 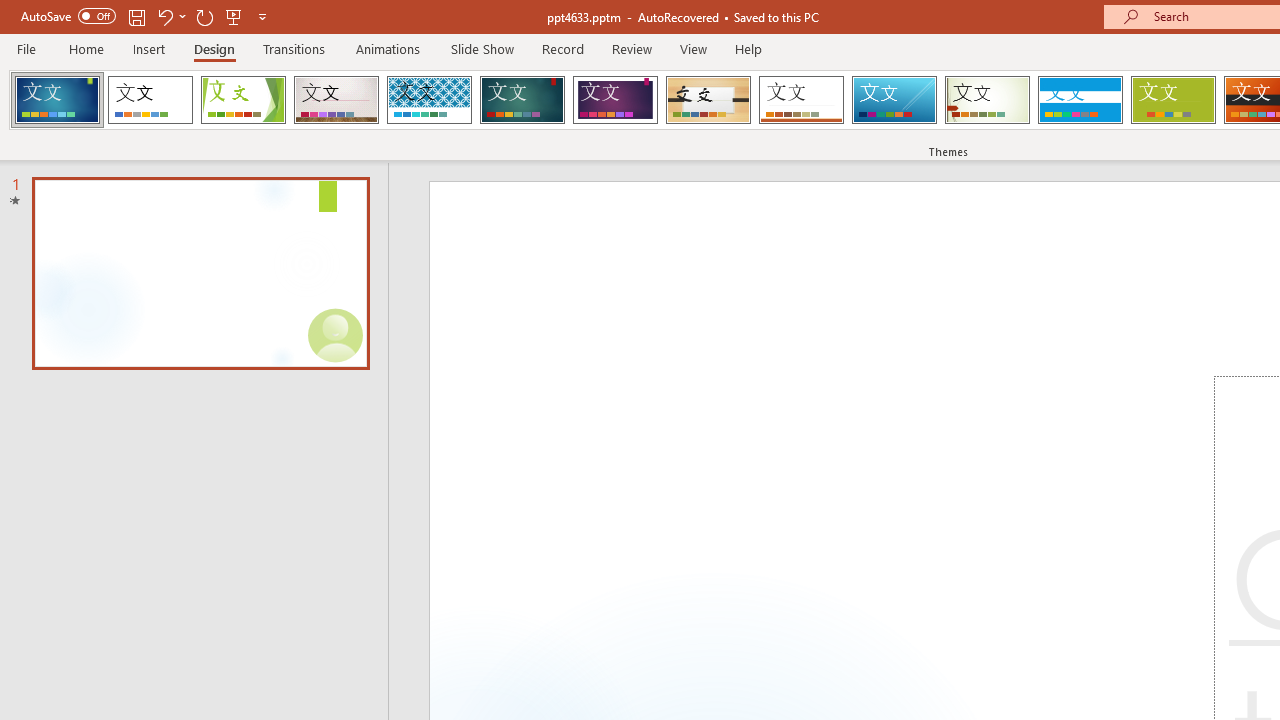 I want to click on 'Customize Quick Access Toolbar', so click(x=262, y=16).